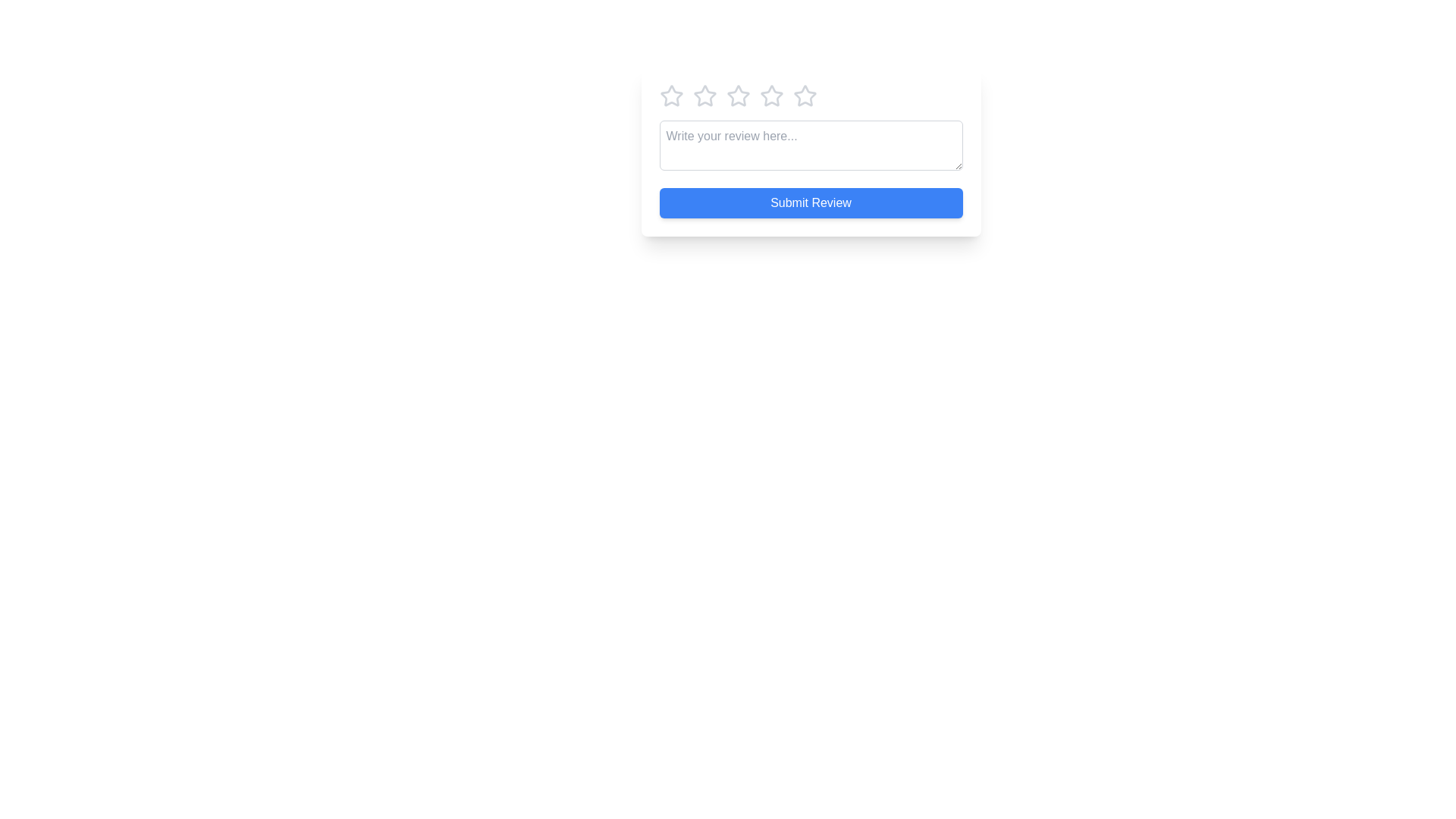 This screenshot has height=819, width=1456. What do you see at coordinates (738, 96) in the screenshot?
I see `the second star in the rating selector to assign a rating of 2 out of 5` at bounding box center [738, 96].